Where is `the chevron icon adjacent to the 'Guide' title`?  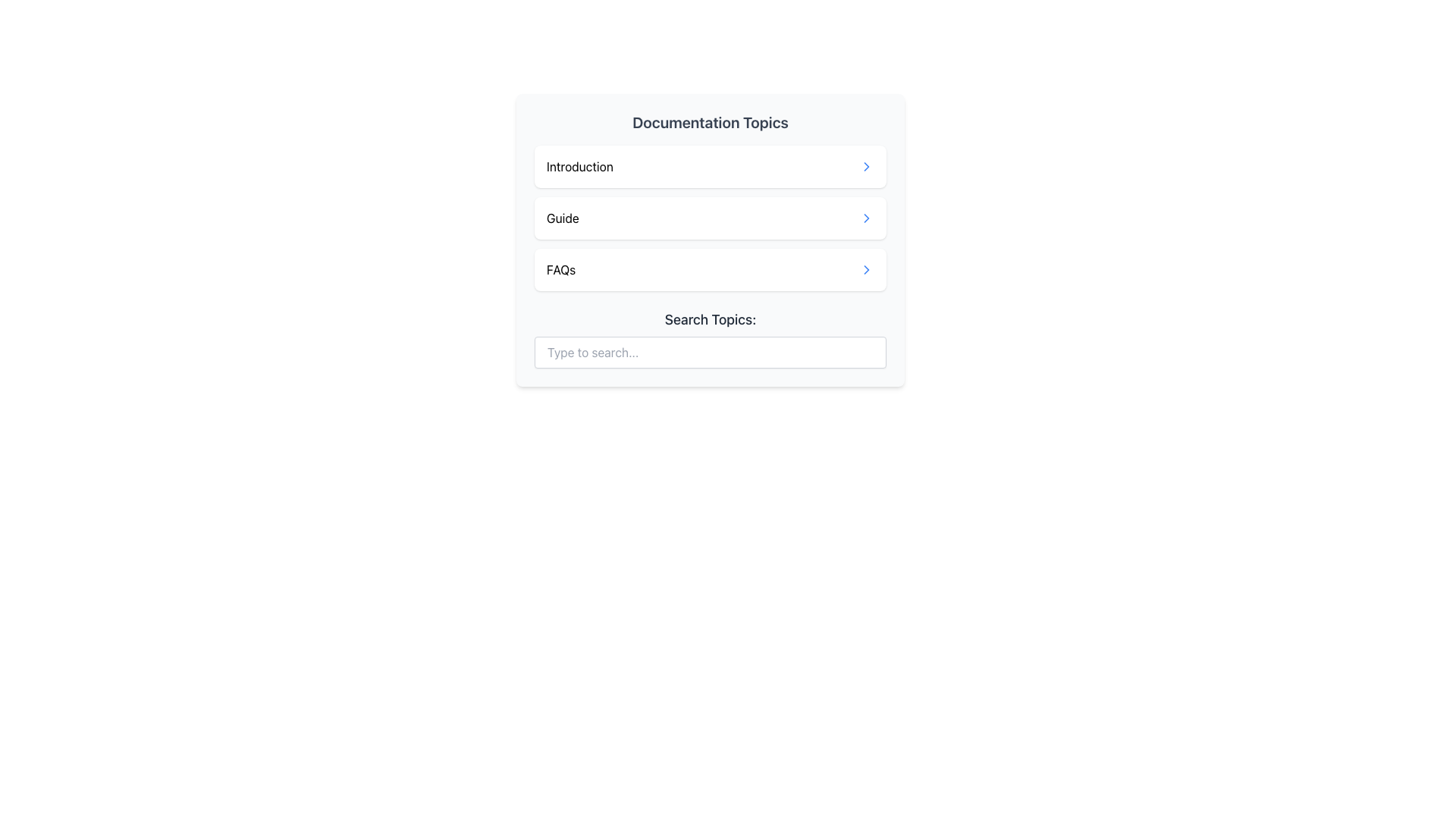
the chevron icon adjacent to the 'Guide' title is located at coordinates (866, 218).